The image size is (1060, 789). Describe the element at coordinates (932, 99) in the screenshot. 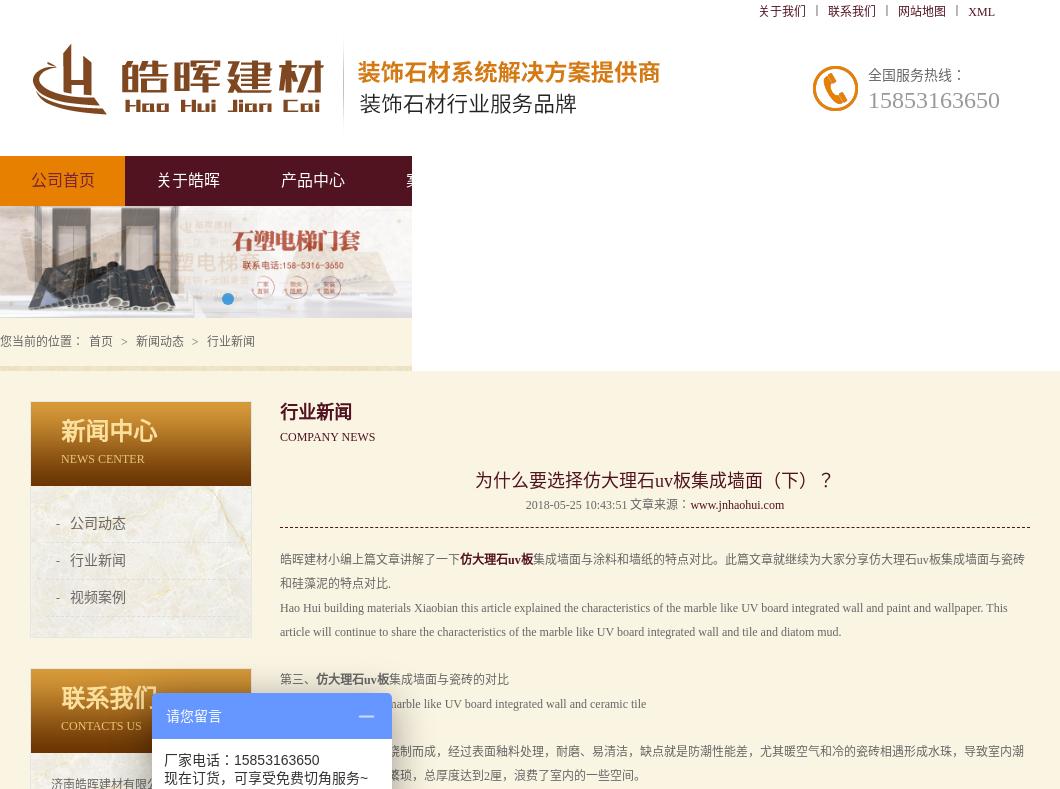

I see `'15853163650'` at that location.